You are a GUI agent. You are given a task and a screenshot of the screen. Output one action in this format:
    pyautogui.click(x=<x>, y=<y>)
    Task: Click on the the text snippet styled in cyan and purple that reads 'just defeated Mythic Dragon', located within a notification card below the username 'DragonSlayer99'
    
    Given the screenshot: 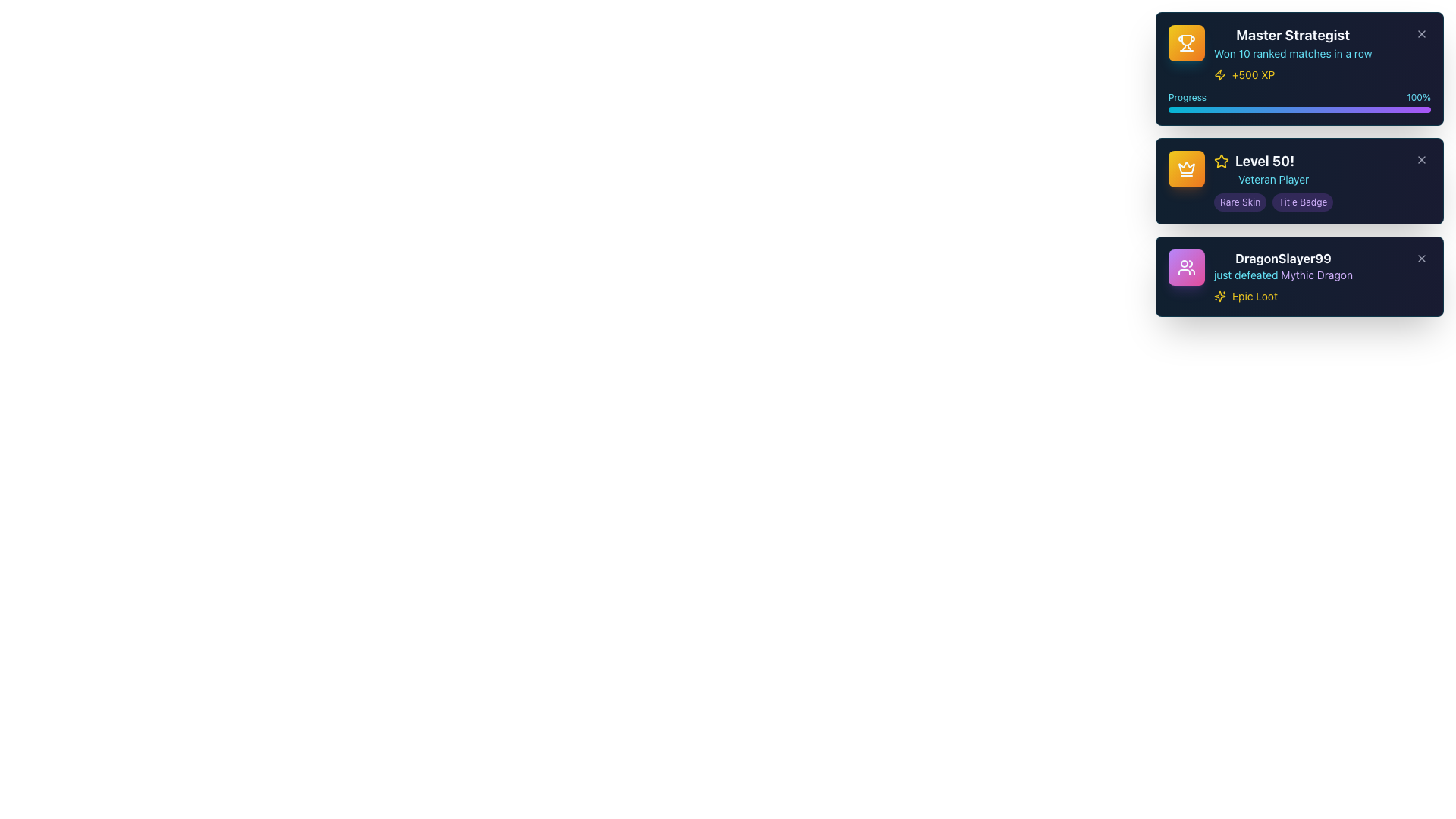 What is the action you would take?
    pyautogui.click(x=1282, y=275)
    